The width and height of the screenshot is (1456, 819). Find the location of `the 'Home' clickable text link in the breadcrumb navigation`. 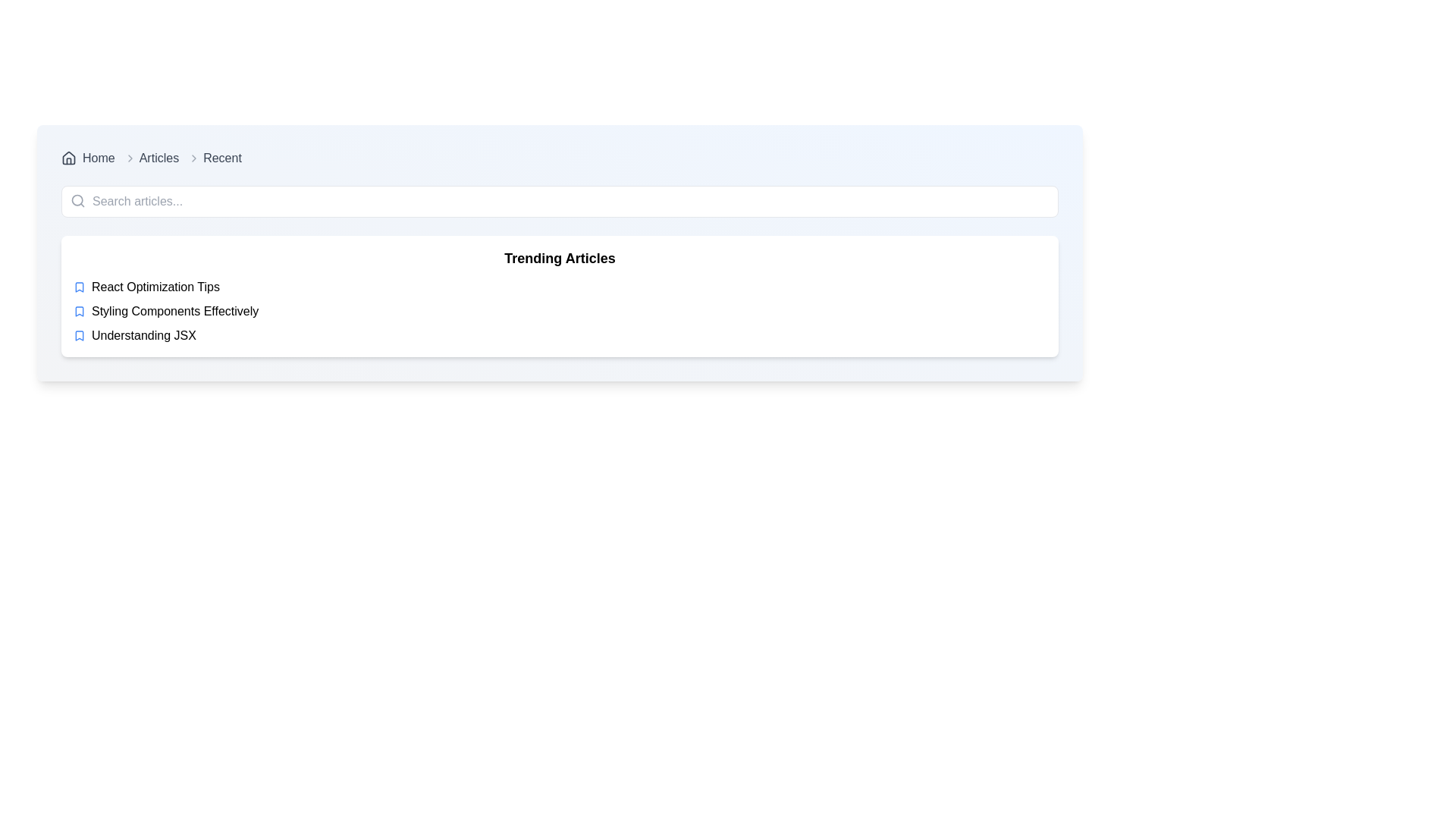

the 'Home' clickable text link in the breadcrumb navigation is located at coordinates (98, 158).